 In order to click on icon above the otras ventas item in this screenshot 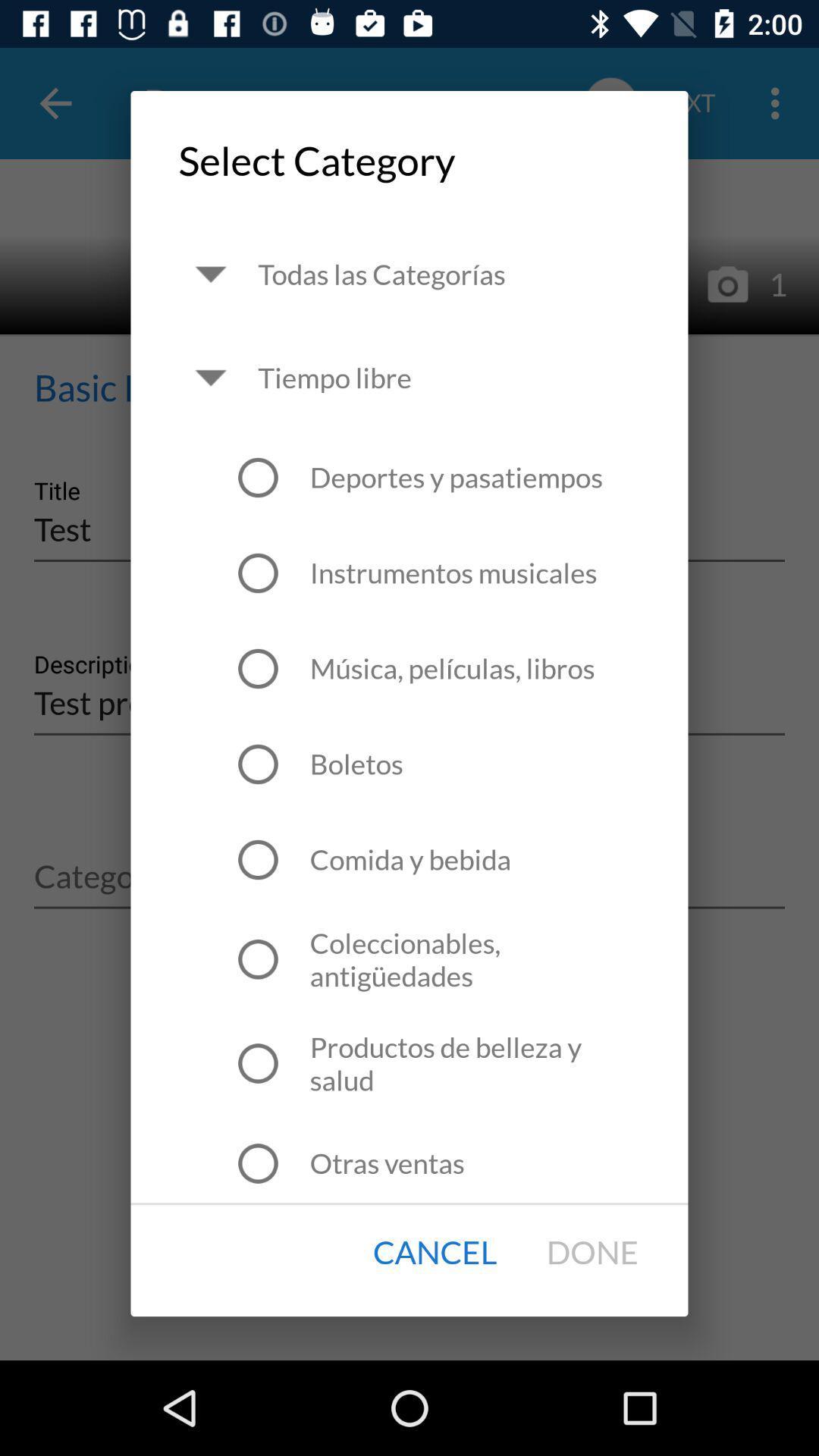, I will do `click(474, 1062)`.